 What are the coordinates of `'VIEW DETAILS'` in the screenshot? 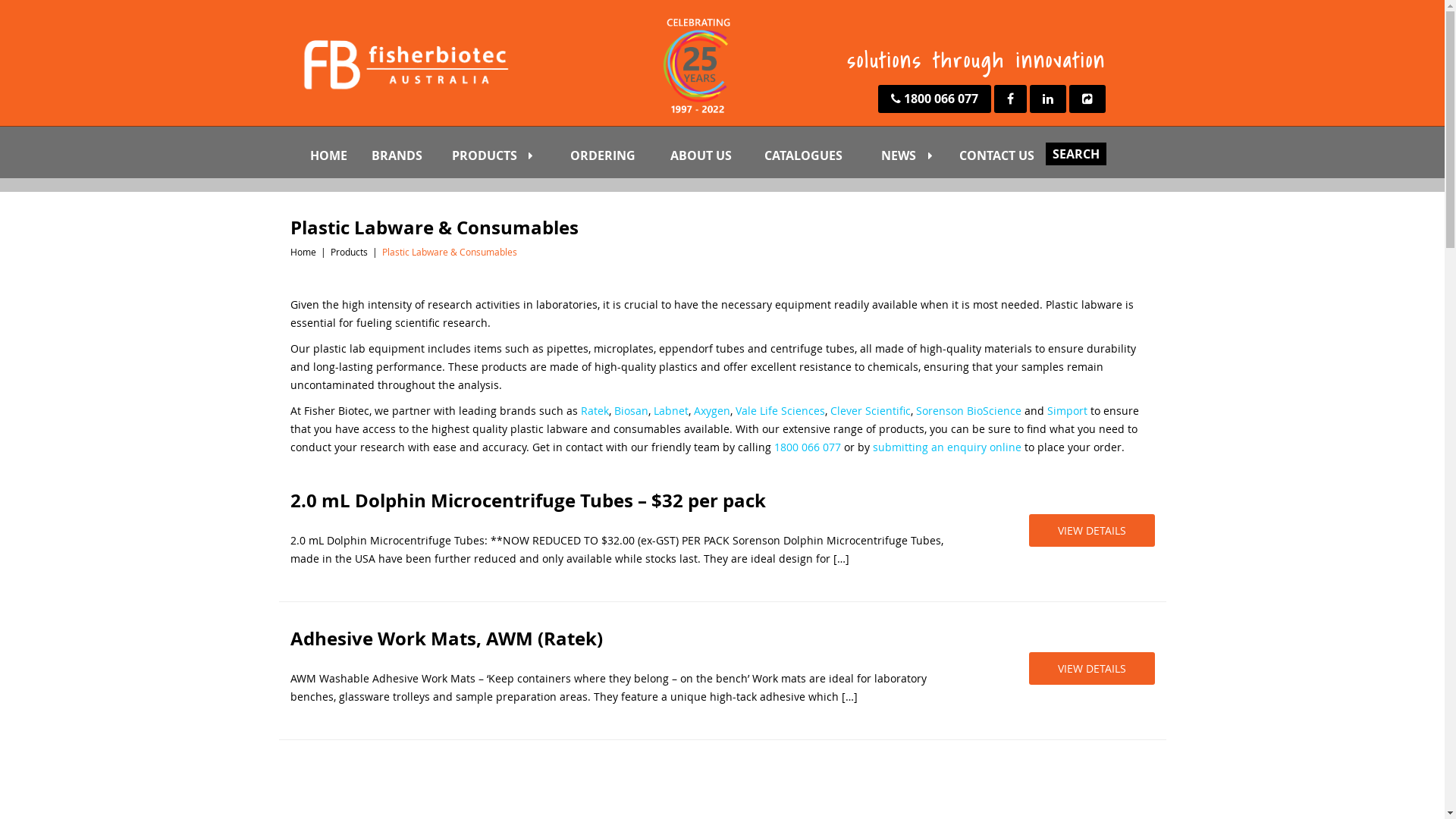 It's located at (1028, 667).